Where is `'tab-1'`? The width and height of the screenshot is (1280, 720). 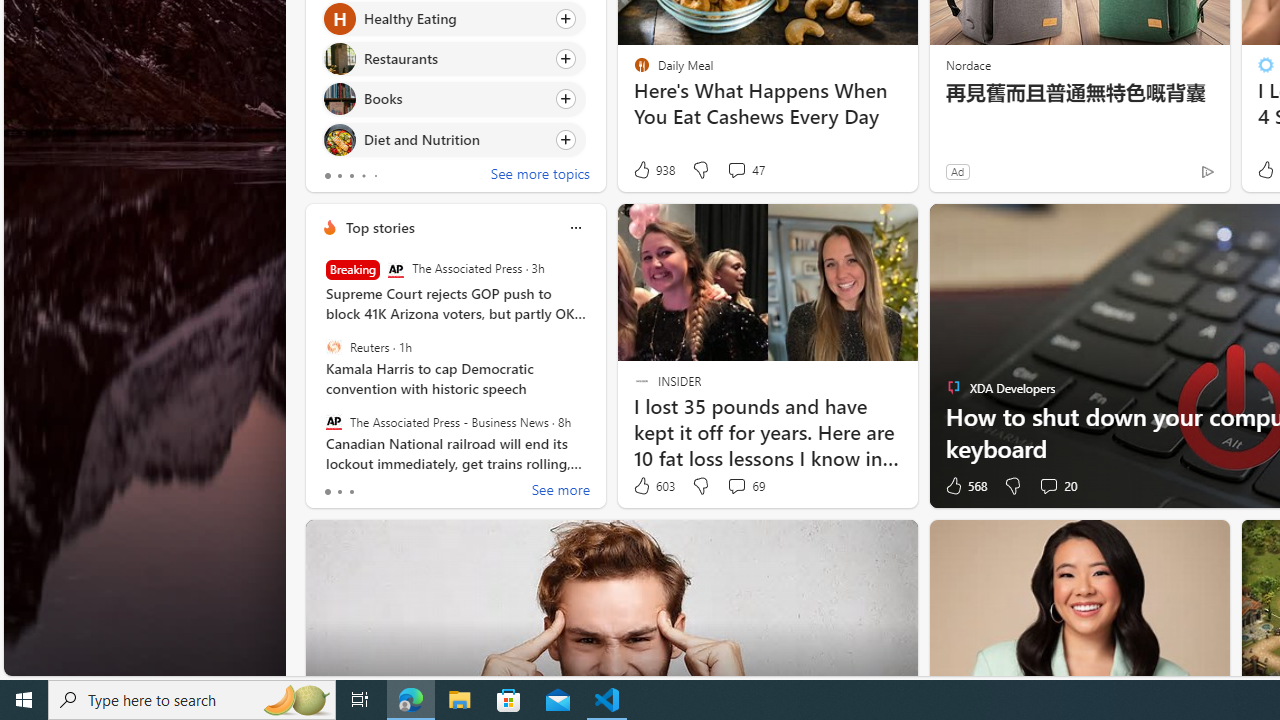
'tab-1' is located at coordinates (339, 492).